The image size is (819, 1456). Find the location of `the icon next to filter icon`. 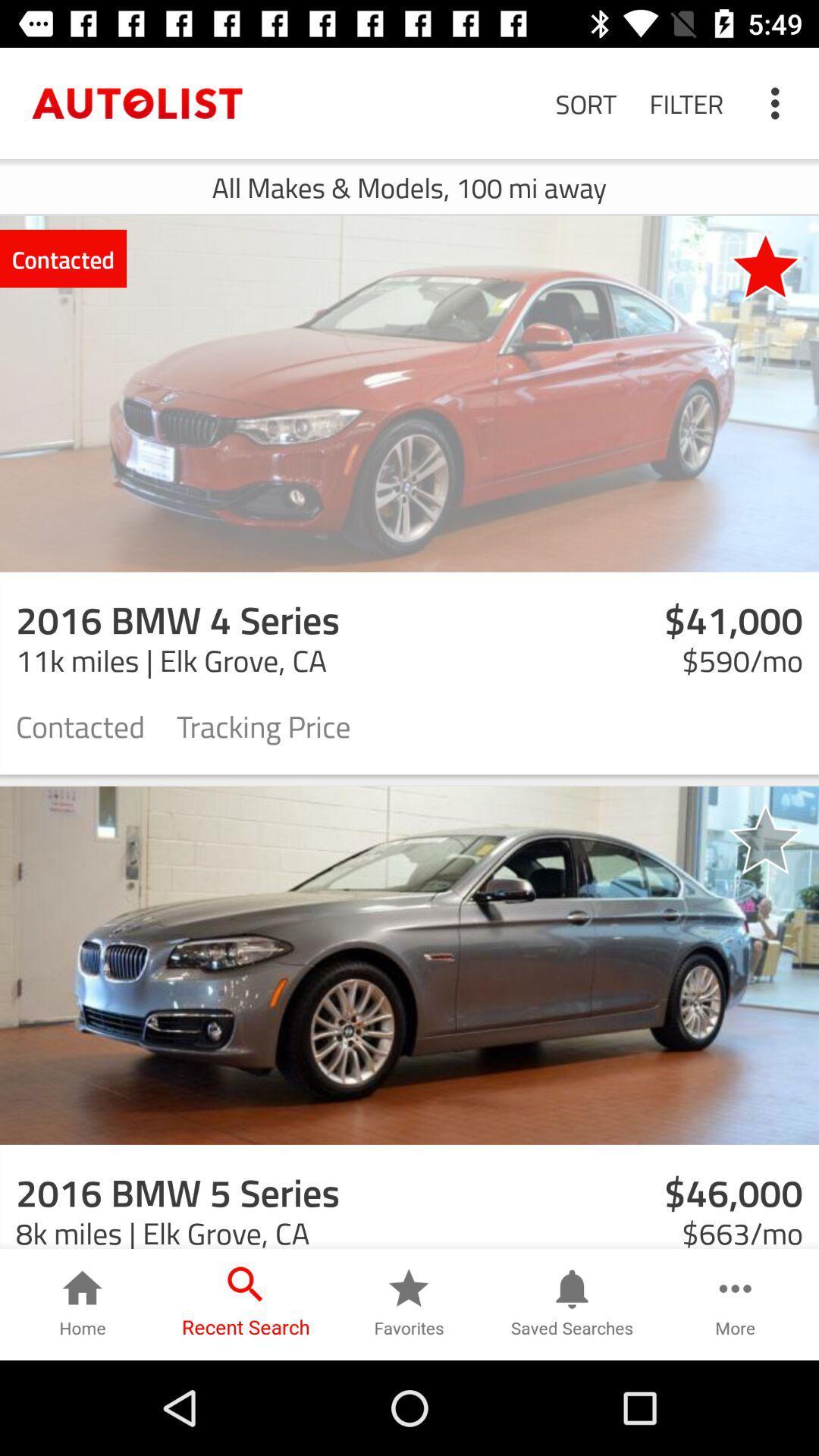

the icon next to filter icon is located at coordinates (779, 102).